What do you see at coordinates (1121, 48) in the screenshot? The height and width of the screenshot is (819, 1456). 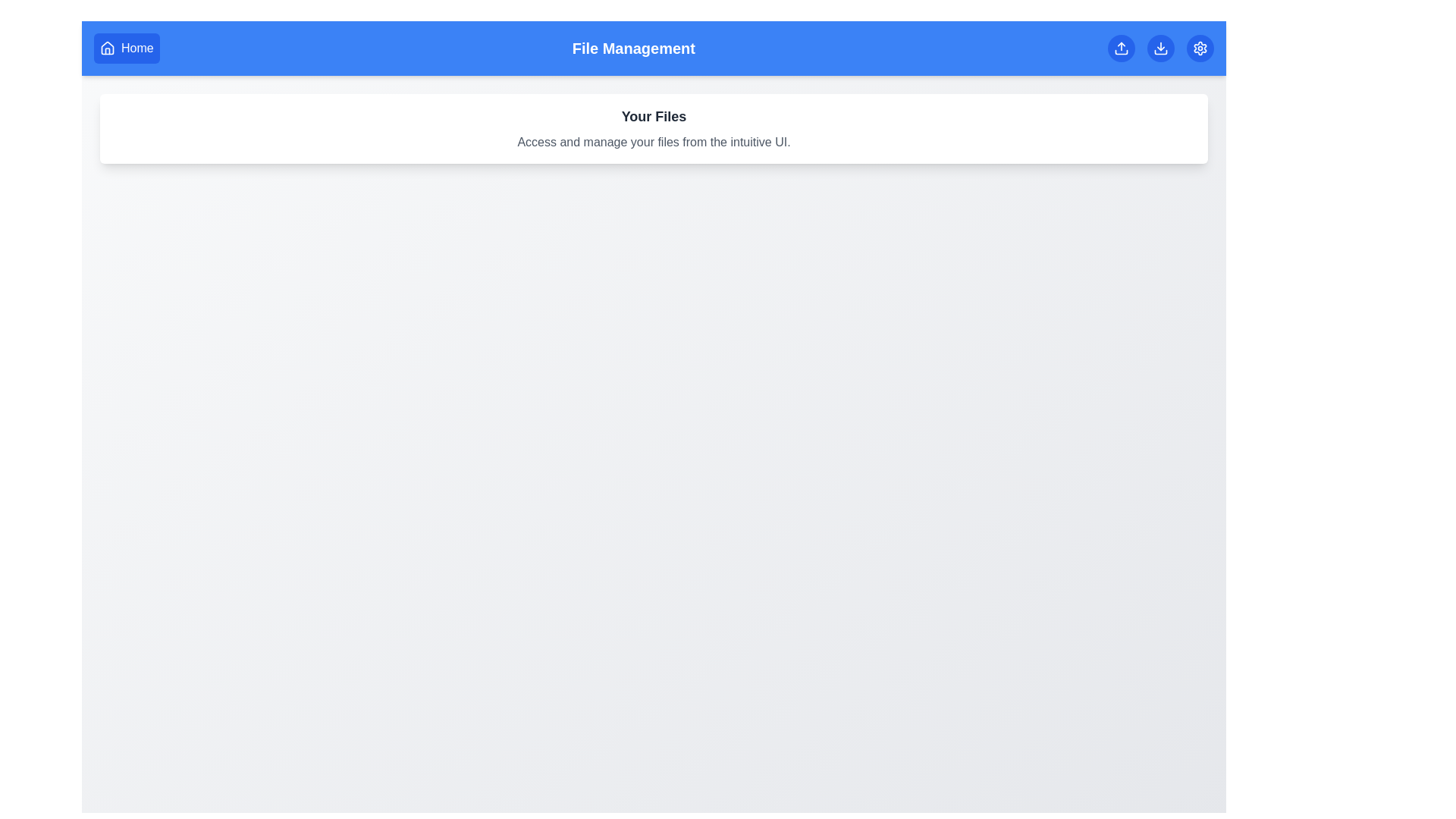 I see `the Upload button to initiate the file upload process` at bounding box center [1121, 48].